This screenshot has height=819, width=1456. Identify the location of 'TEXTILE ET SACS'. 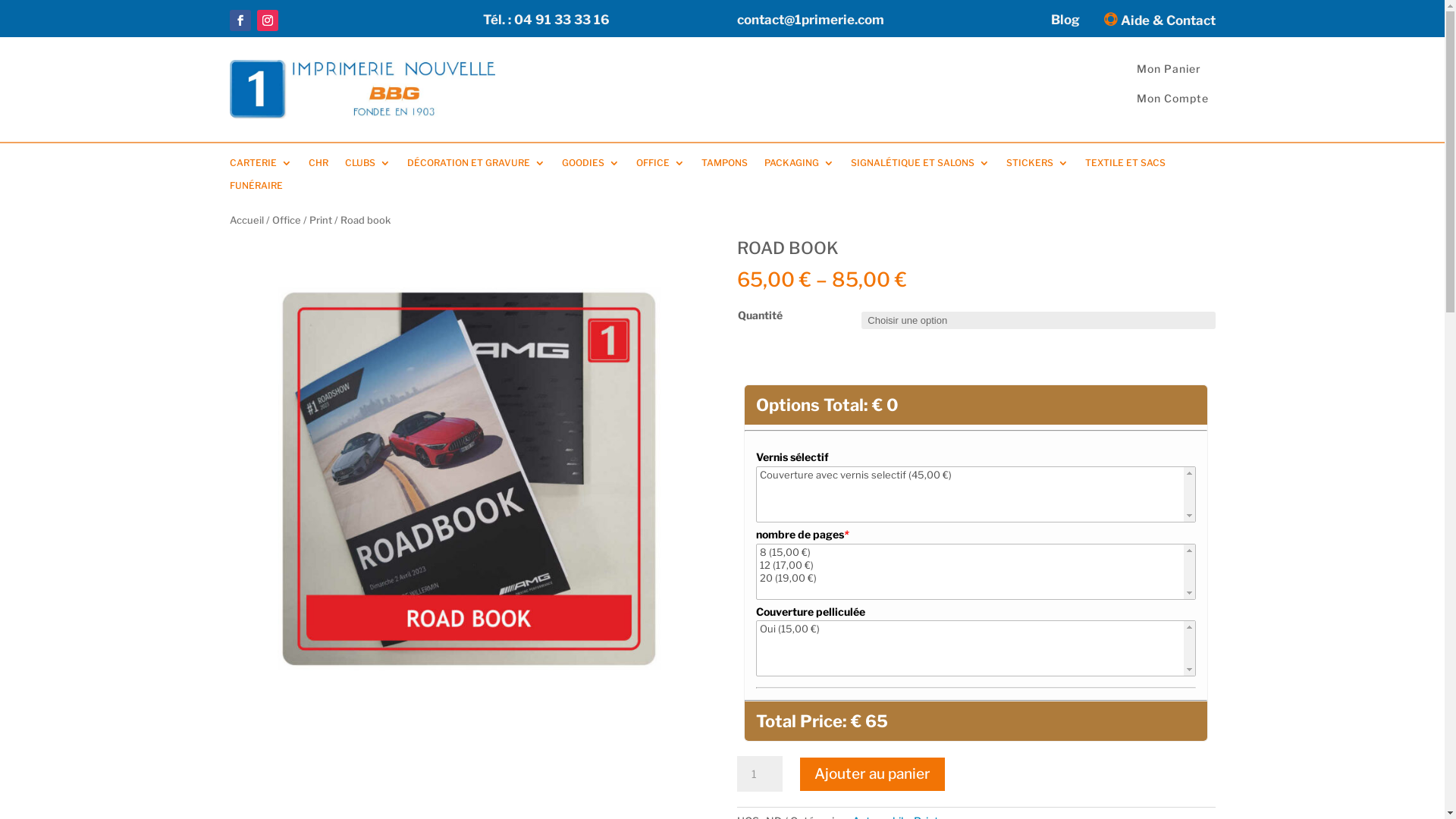
(1125, 166).